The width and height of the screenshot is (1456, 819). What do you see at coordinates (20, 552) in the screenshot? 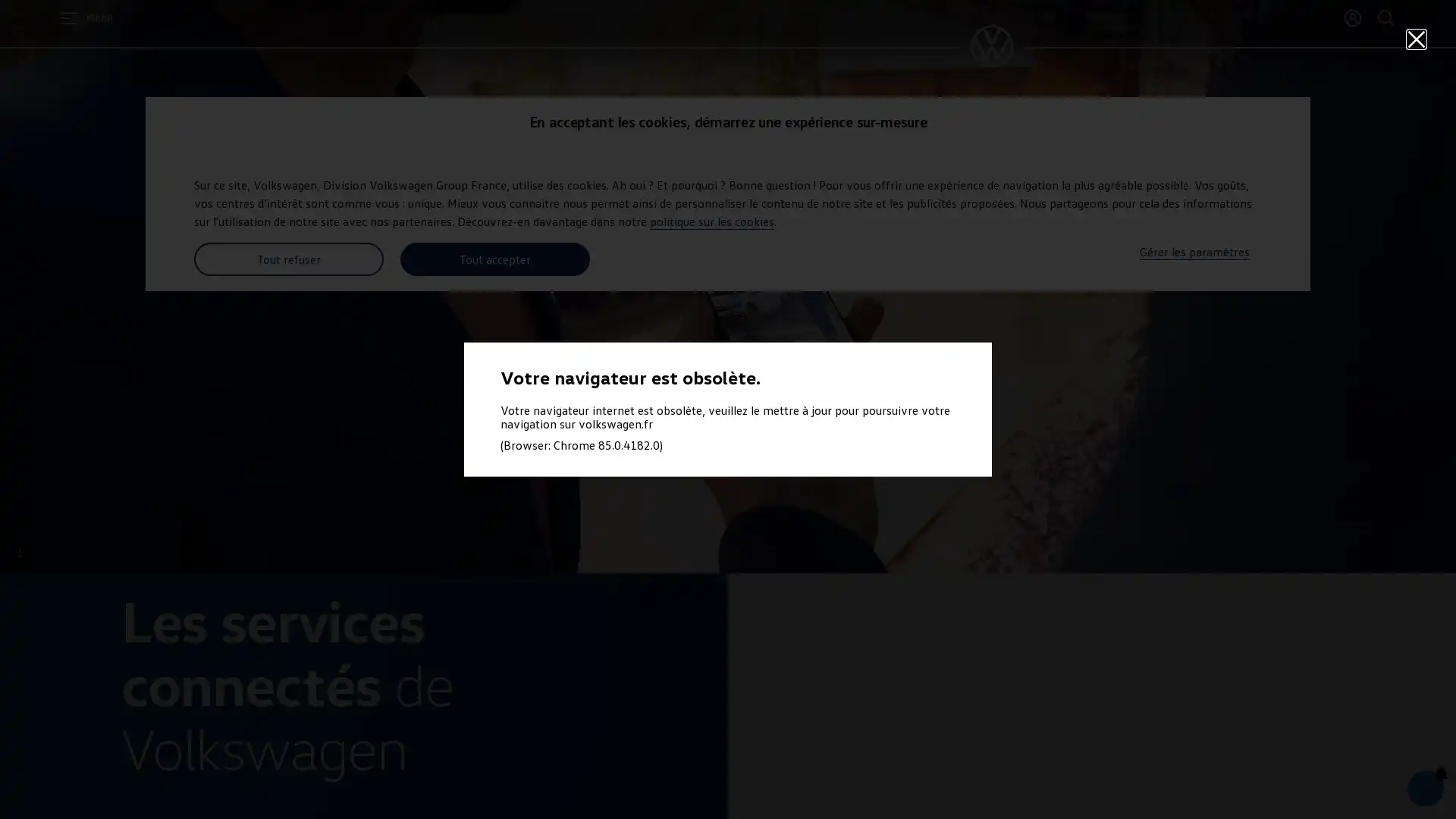
I see `Afficher le numero de non-responsabilite 1` at bounding box center [20, 552].